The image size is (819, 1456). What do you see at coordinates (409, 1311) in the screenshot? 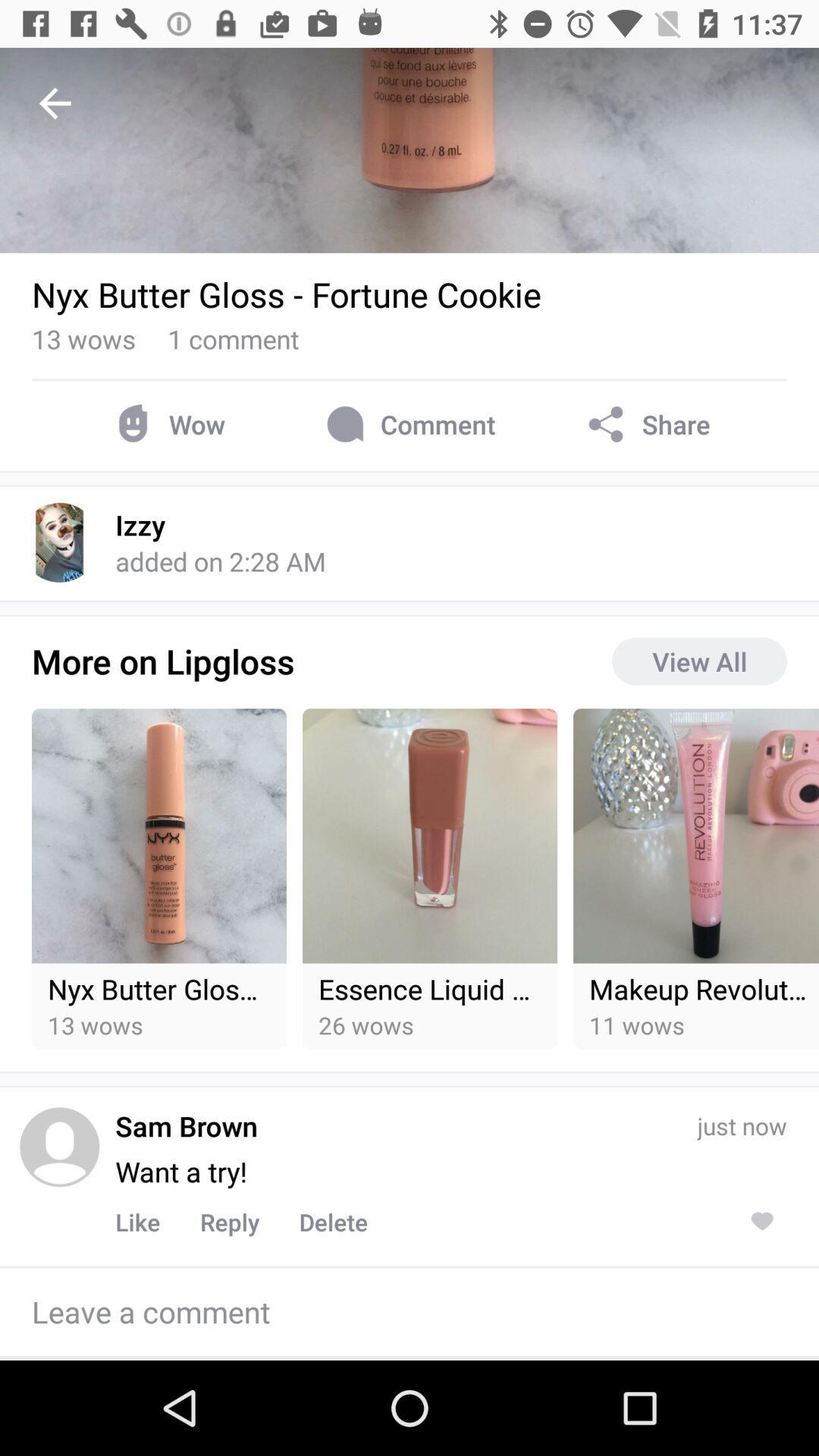
I see `leave a comment` at bounding box center [409, 1311].